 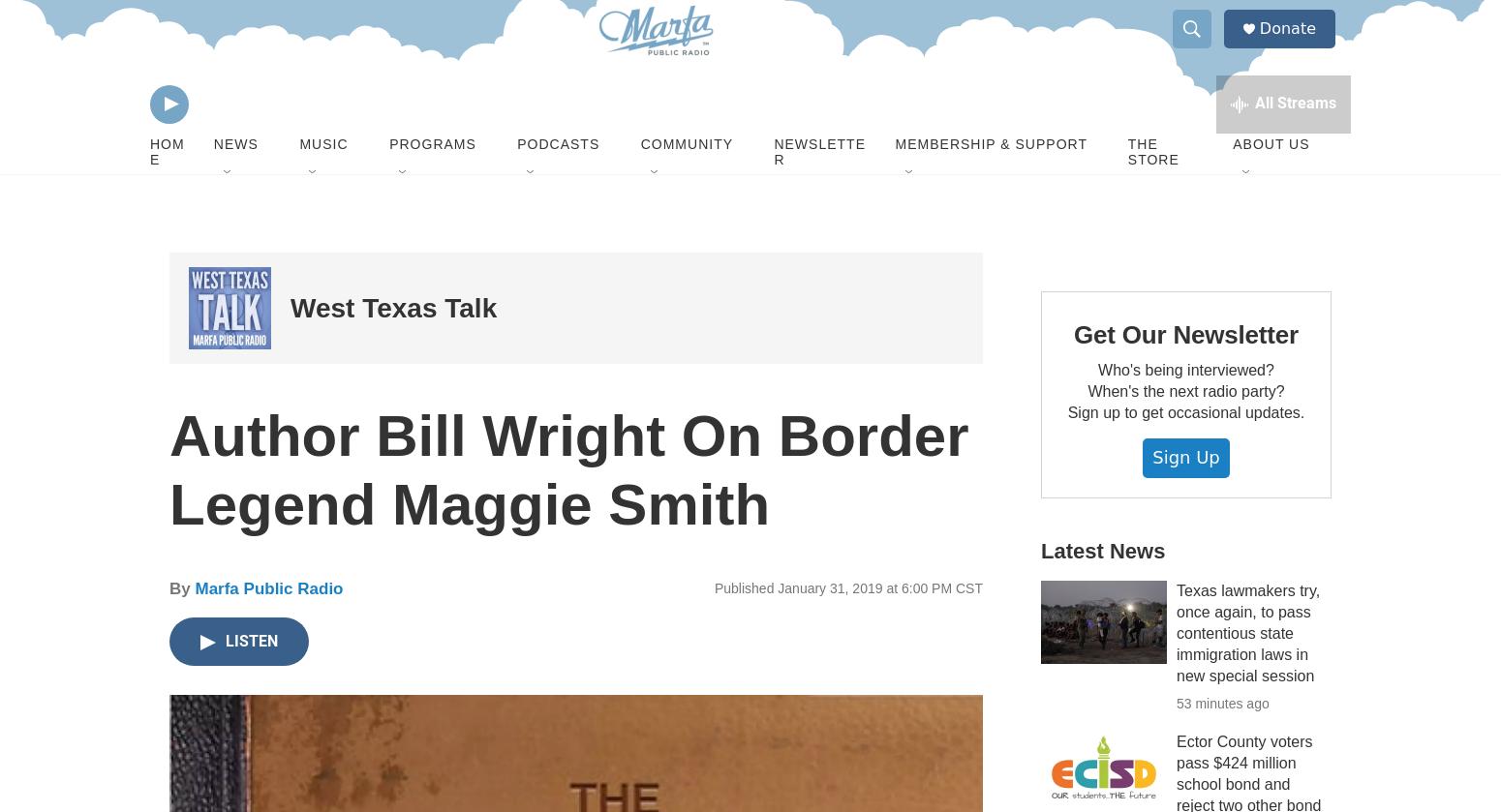 I want to click on 'West Texas Talk', so click(x=393, y=355).